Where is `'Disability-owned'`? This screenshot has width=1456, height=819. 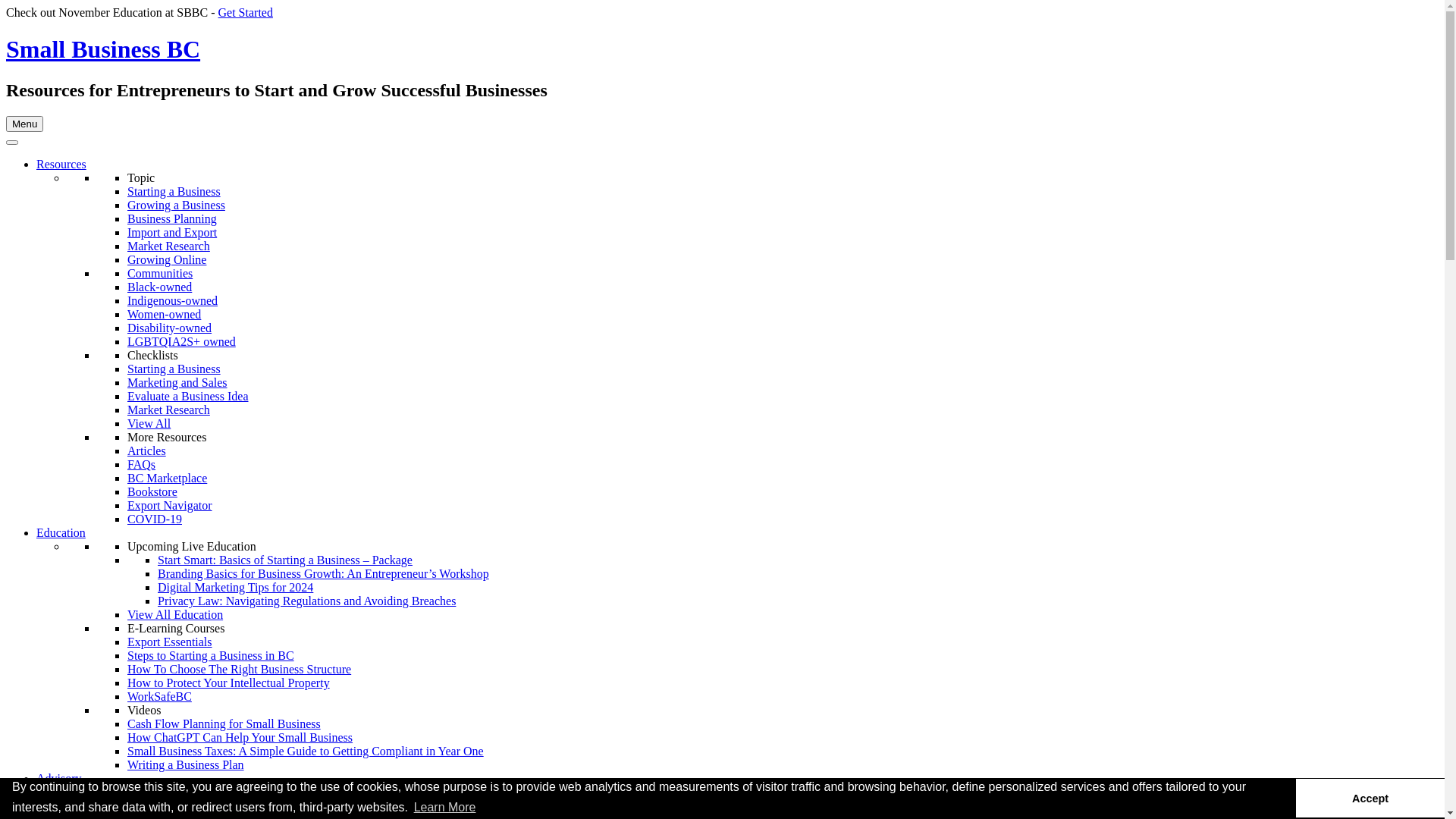 'Disability-owned' is located at coordinates (169, 327).